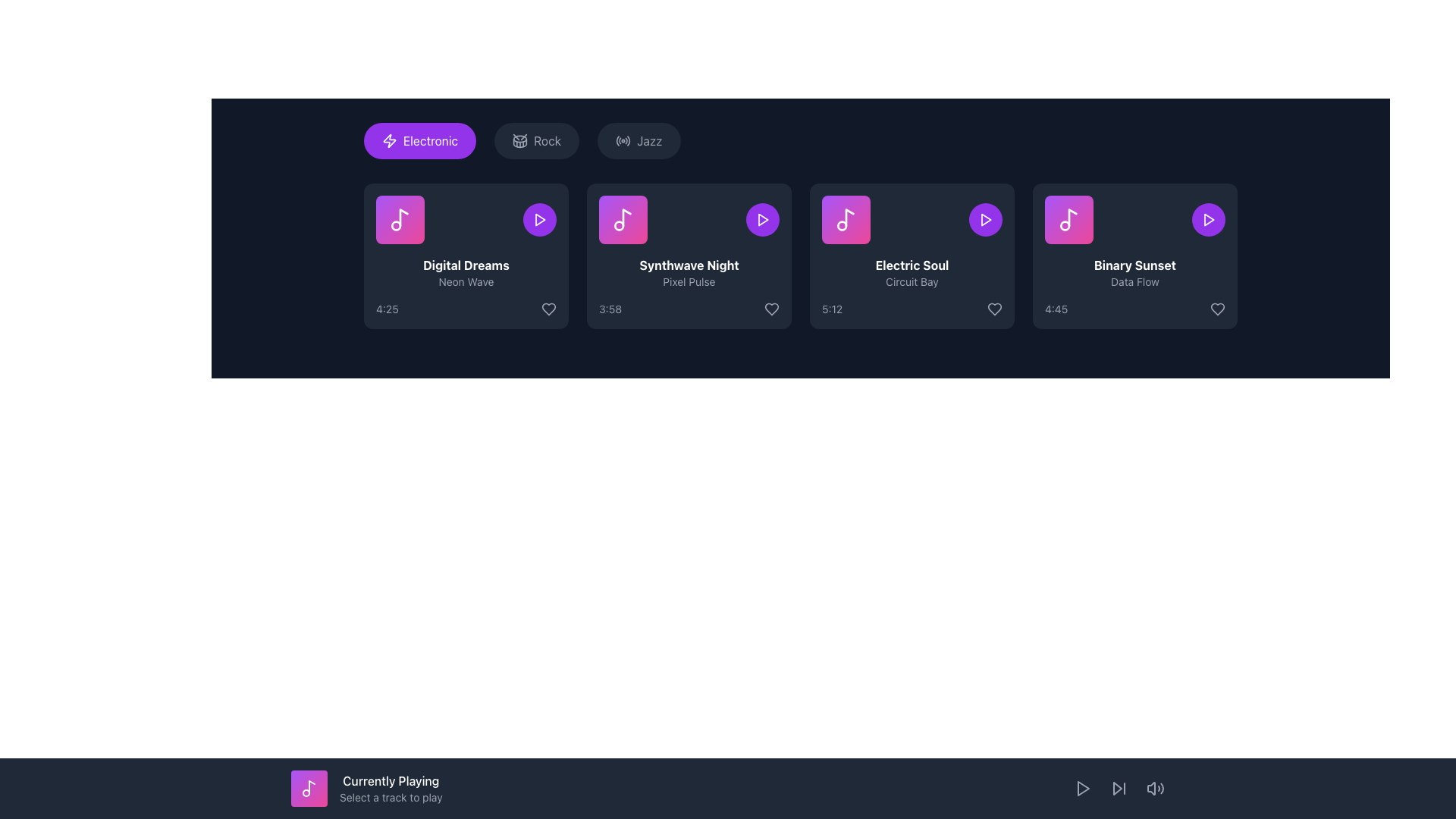  Describe the element at coordinates (309, 788) in the screenshot. I see `the circular icon button with a gradient background from purple to pink and a white music note icon in its center` at that location.